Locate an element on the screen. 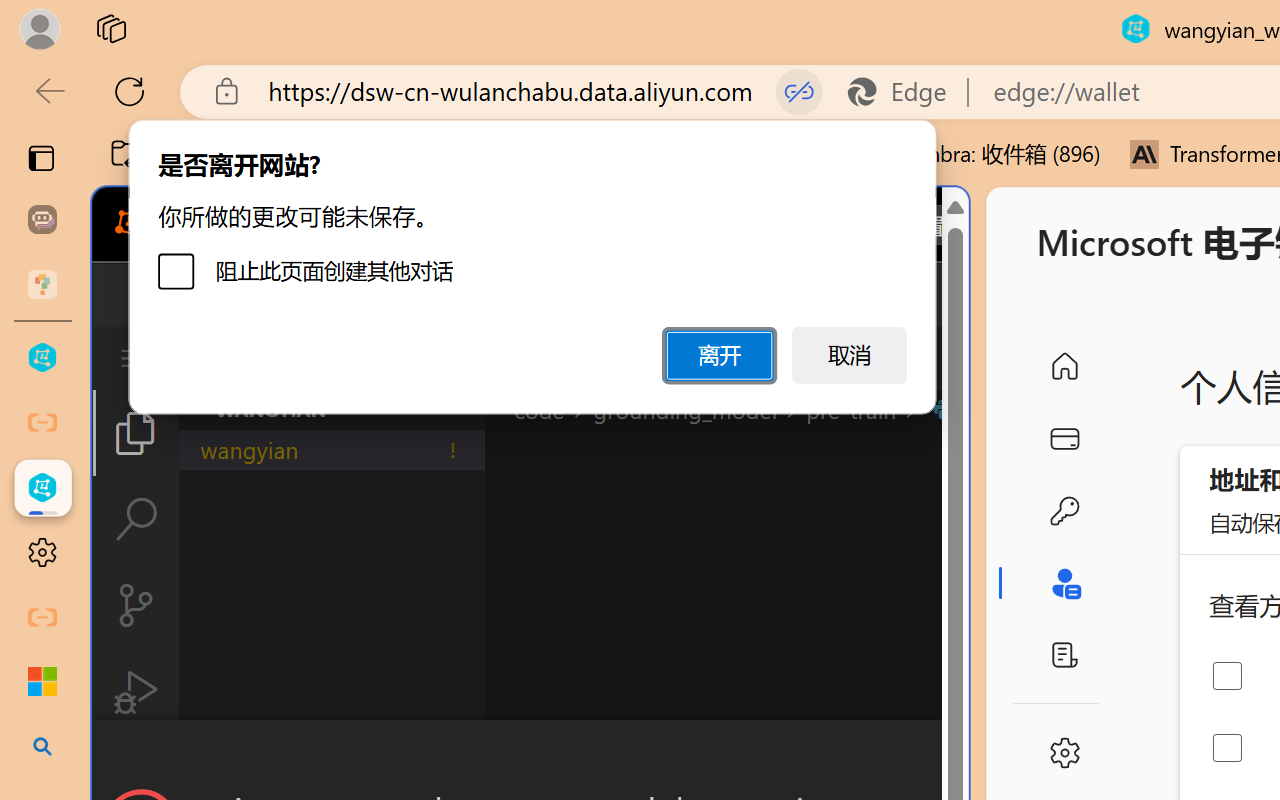 The width and height of the screenshot is (1280, 800). 'Run and Debug (Ctrl+Shift+D)' is located at coordinates (134, 692).